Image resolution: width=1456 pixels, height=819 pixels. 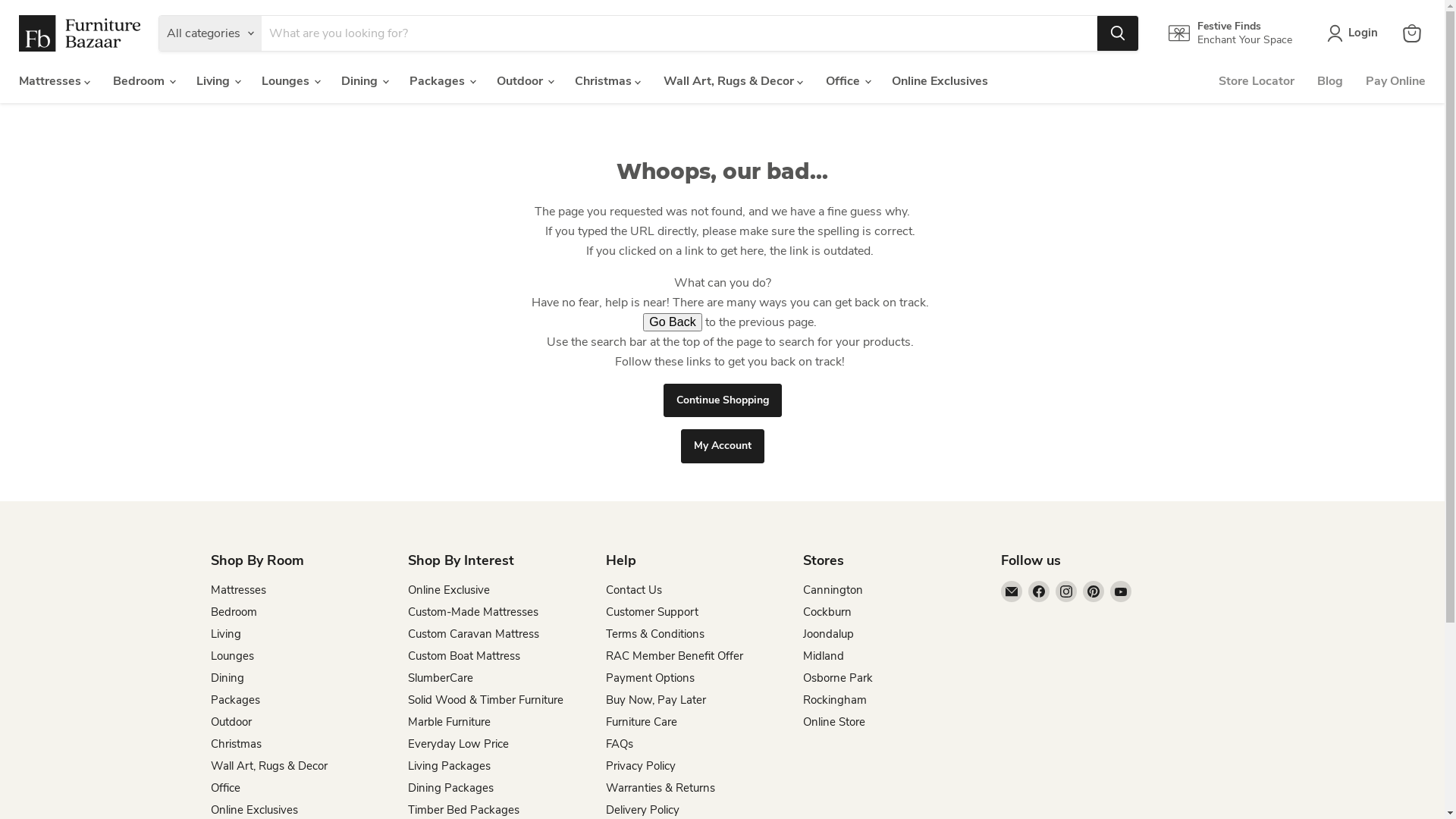 What do you see at coordinates (640, 721) in the screenshot?
I see `'Furniture Care'` at bounding box center [640, 721].